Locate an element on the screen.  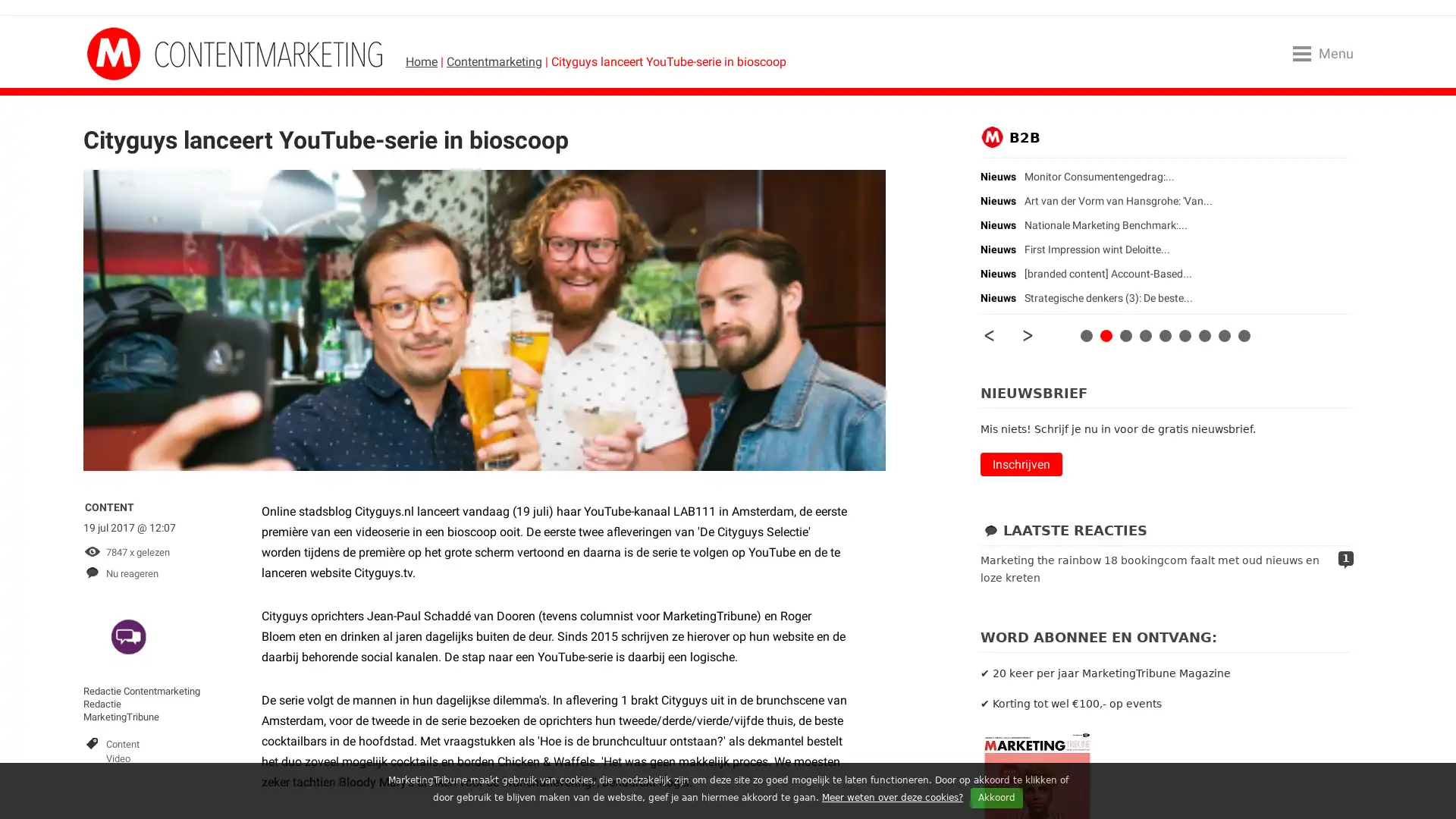
Close is located at coordinates (1440, 526).